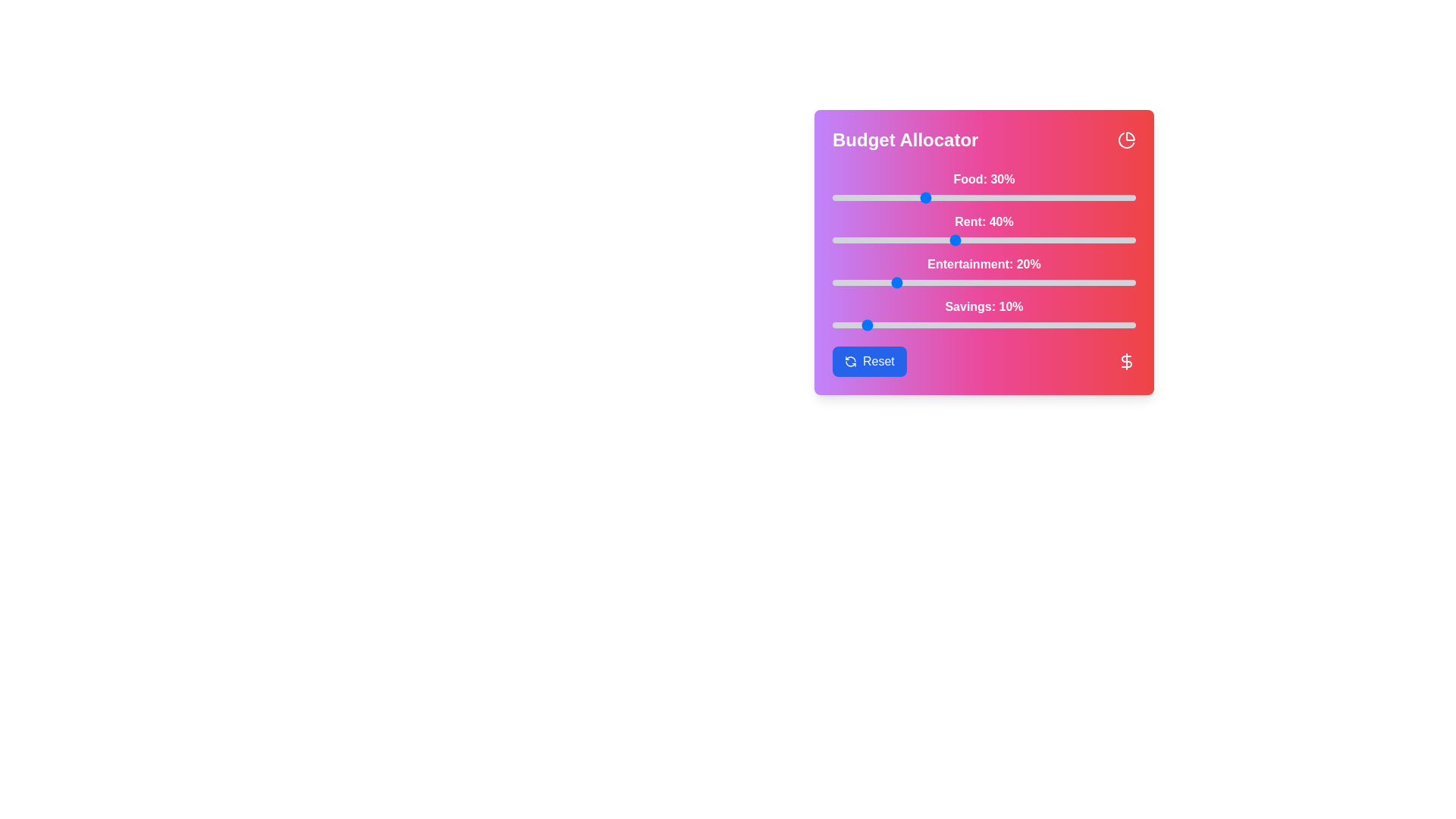 The width and height of the screenshot is (1456, 819). I want to click on the savings slider, so click(1068, 324).